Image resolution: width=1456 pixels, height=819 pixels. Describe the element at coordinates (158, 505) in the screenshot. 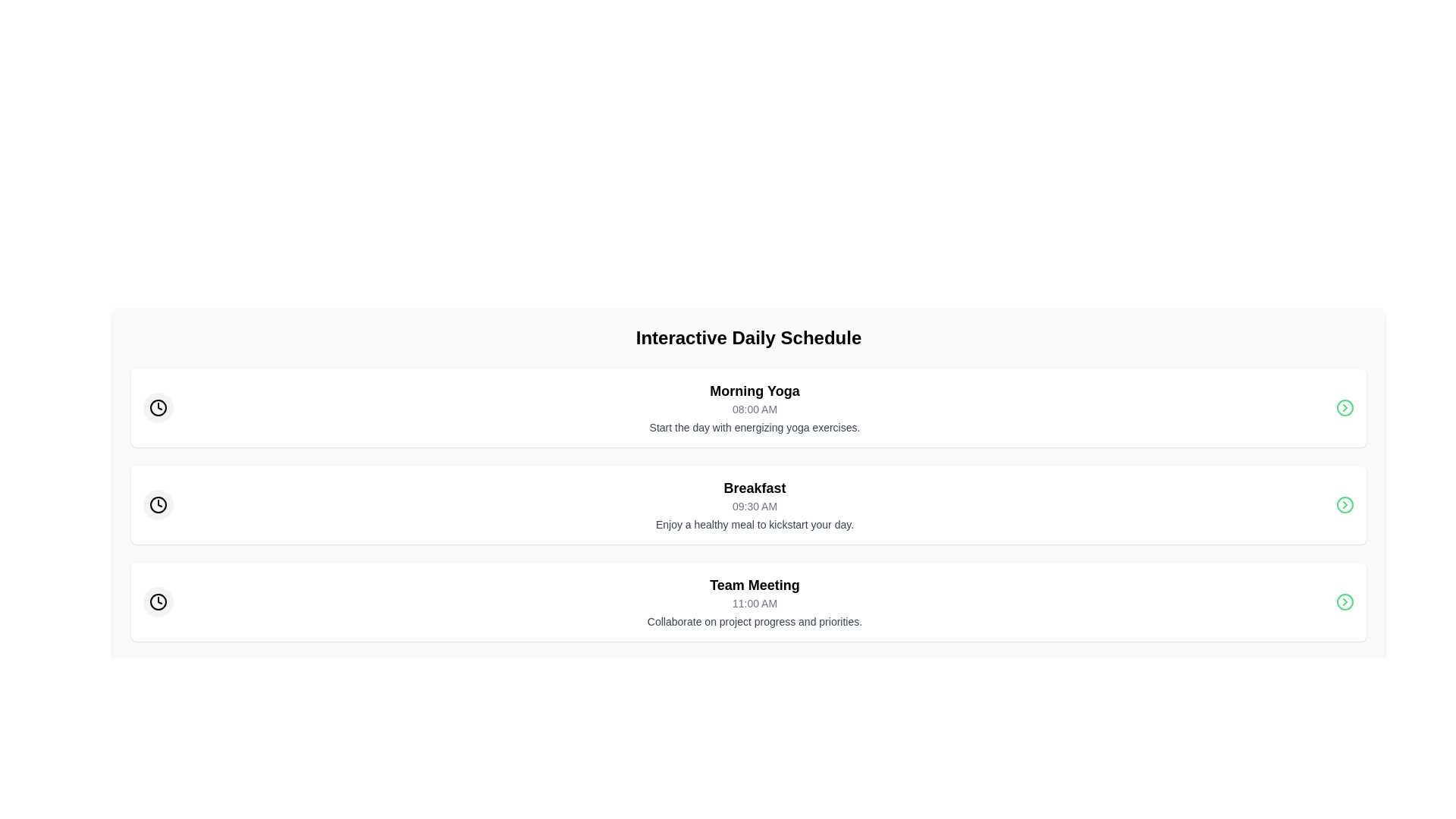

I see `the circular gray icon with a black clock symbol located to the left of the text '09:30 AM' in the Breakfast schedule section` at that location.